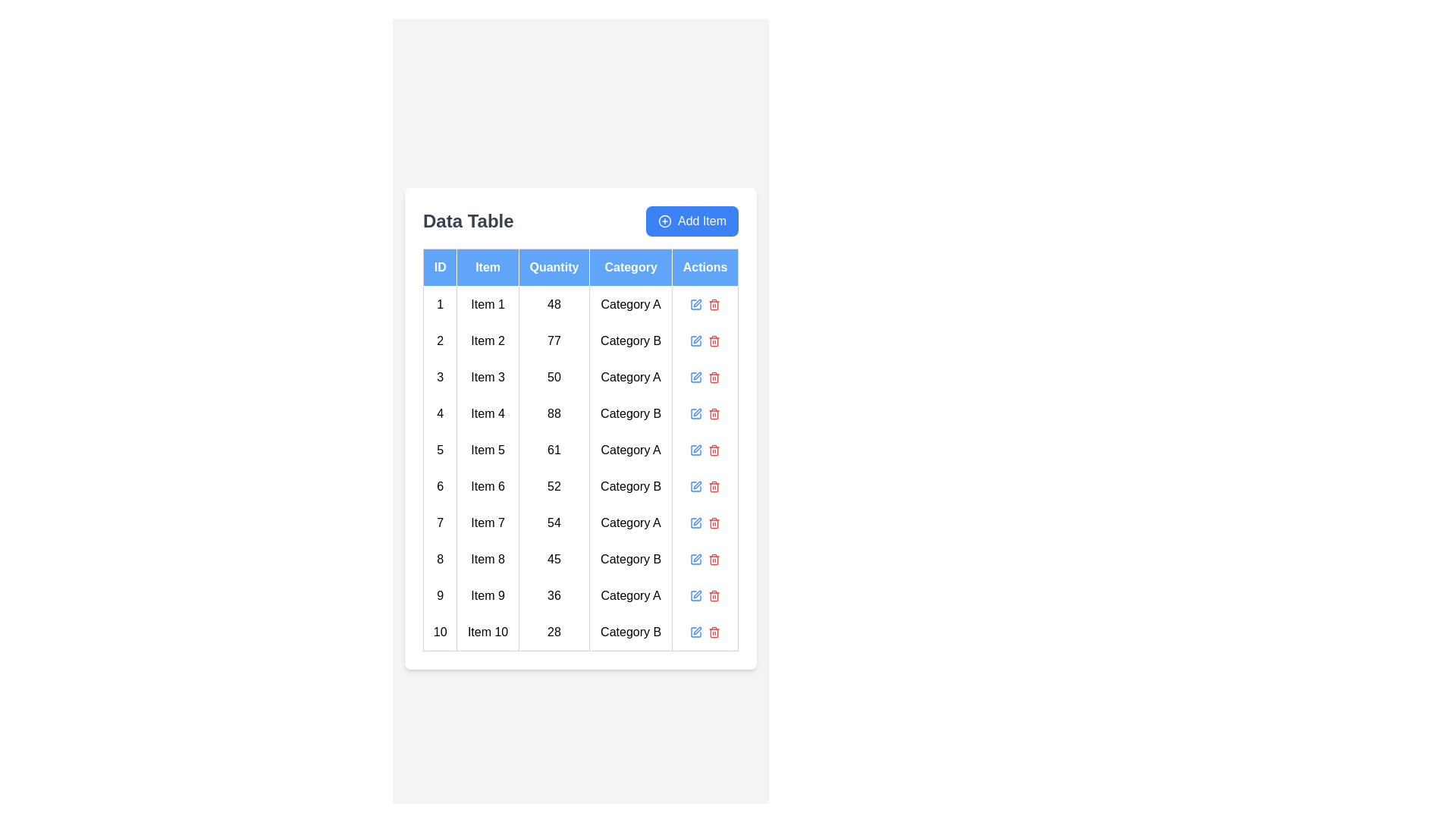 The height and width of the screenshot is (819, 1456). What do you see at coordinates (631, 304) in the screenshot?
I see `the 'Category A' text label in the fourth column of the first row of the data table` at bounding box center [631, 304].